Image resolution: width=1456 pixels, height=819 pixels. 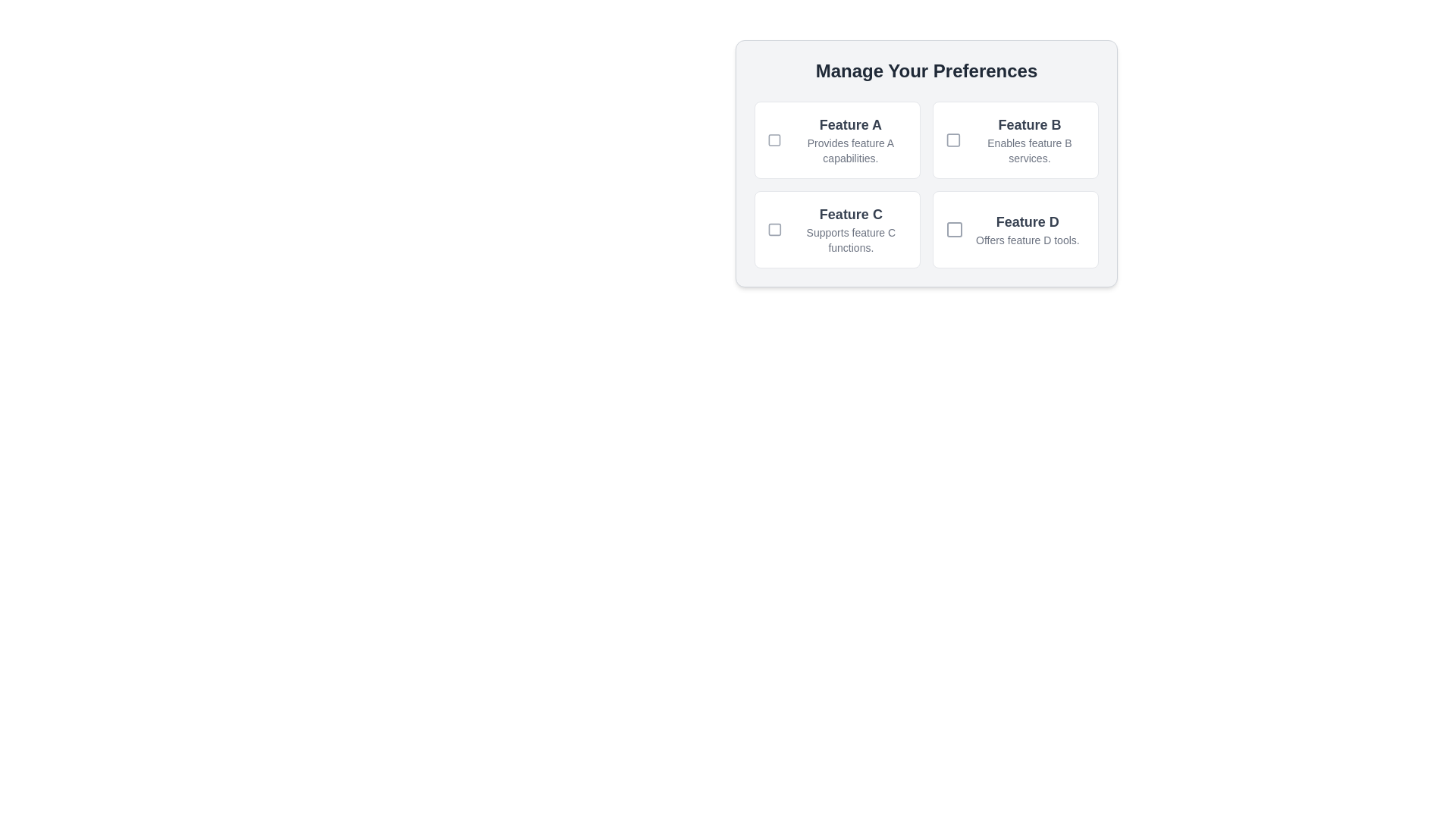 What do you see at coordinates (850, 124) in the screenshot?
I see `the prominently styled label reading 'Feature A', which is the header of the section describing 'Feature A capabilities' within the 'Manage Your Preferences' panel` at bounding box center [850, 124].